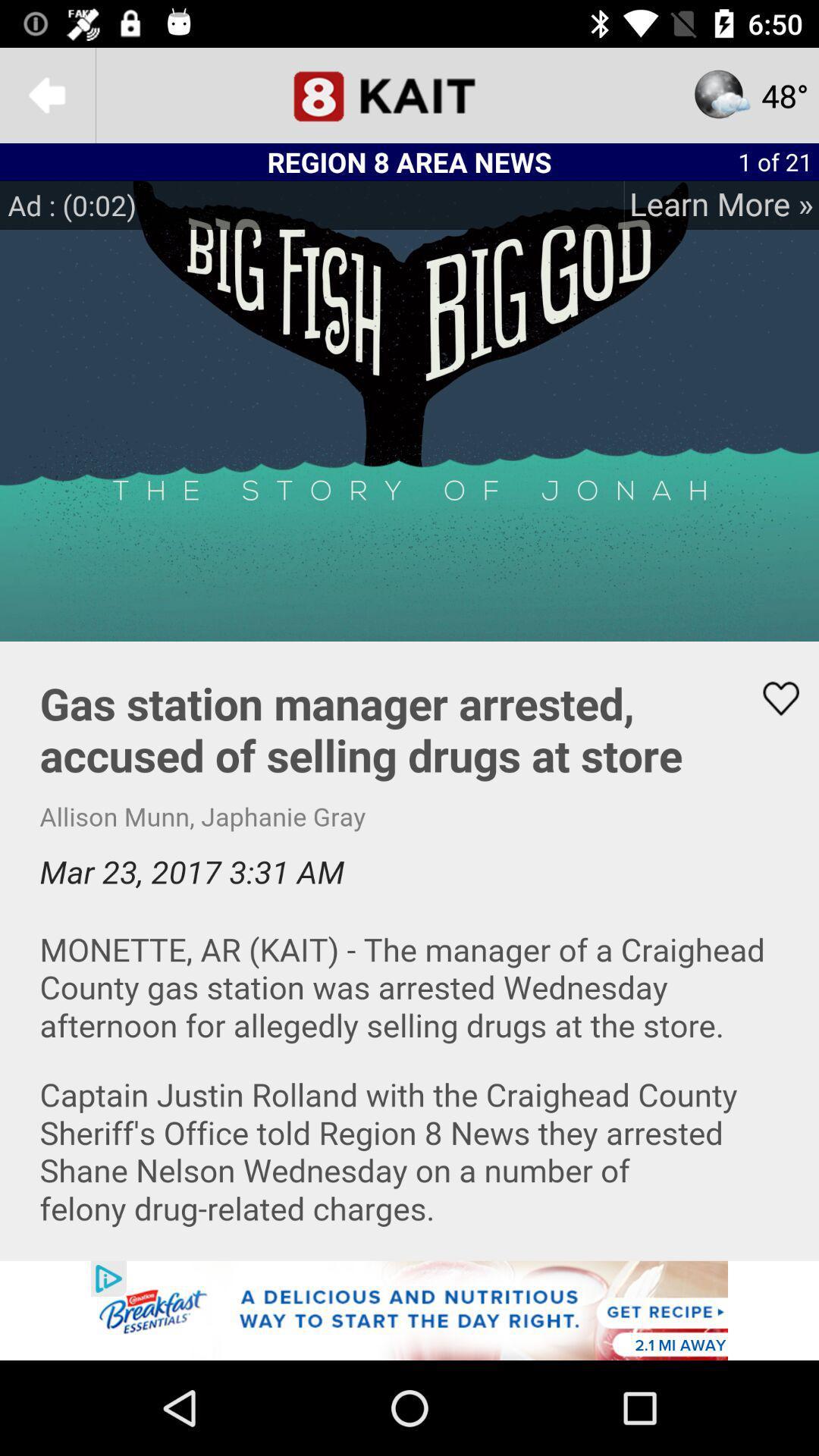  Describe the element at coordinates (46, 94) in the screenshot. I see `the arrow_backward icon` at that location.